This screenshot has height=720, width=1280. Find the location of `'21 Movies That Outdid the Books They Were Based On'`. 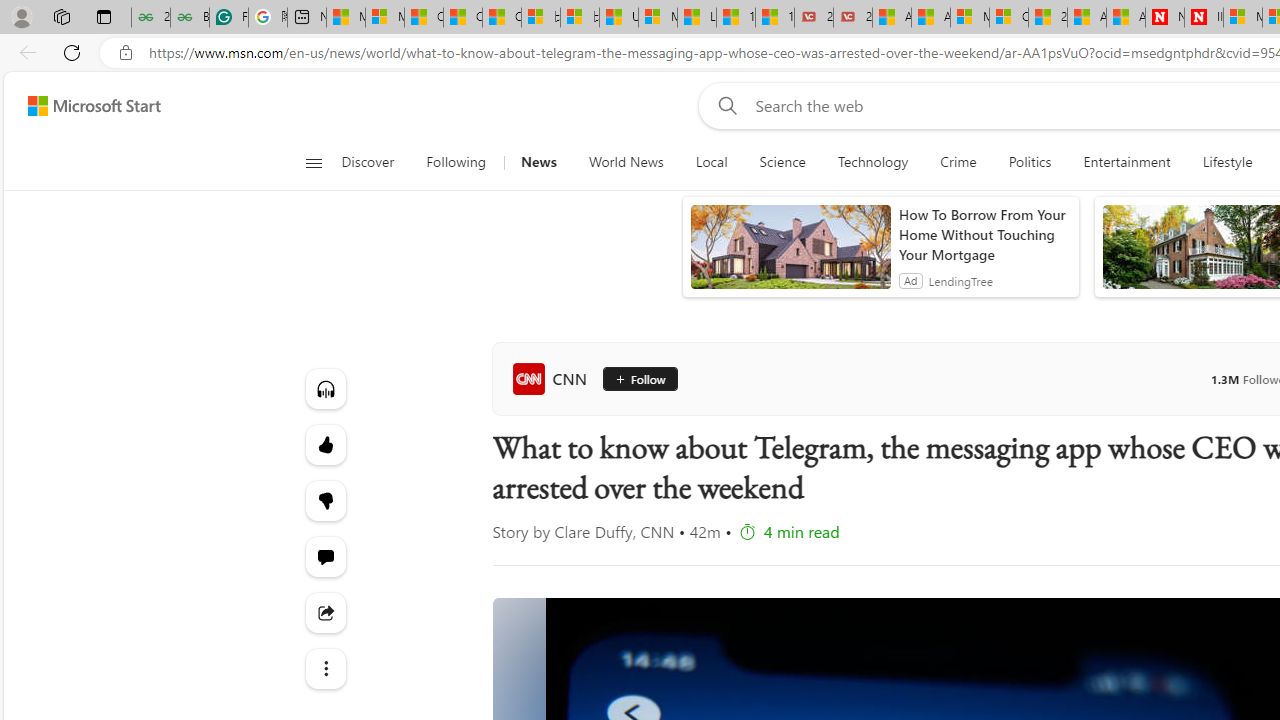

'21 Movies That Outdid the Books They Were Based On' is located at coordinates (853, 17).